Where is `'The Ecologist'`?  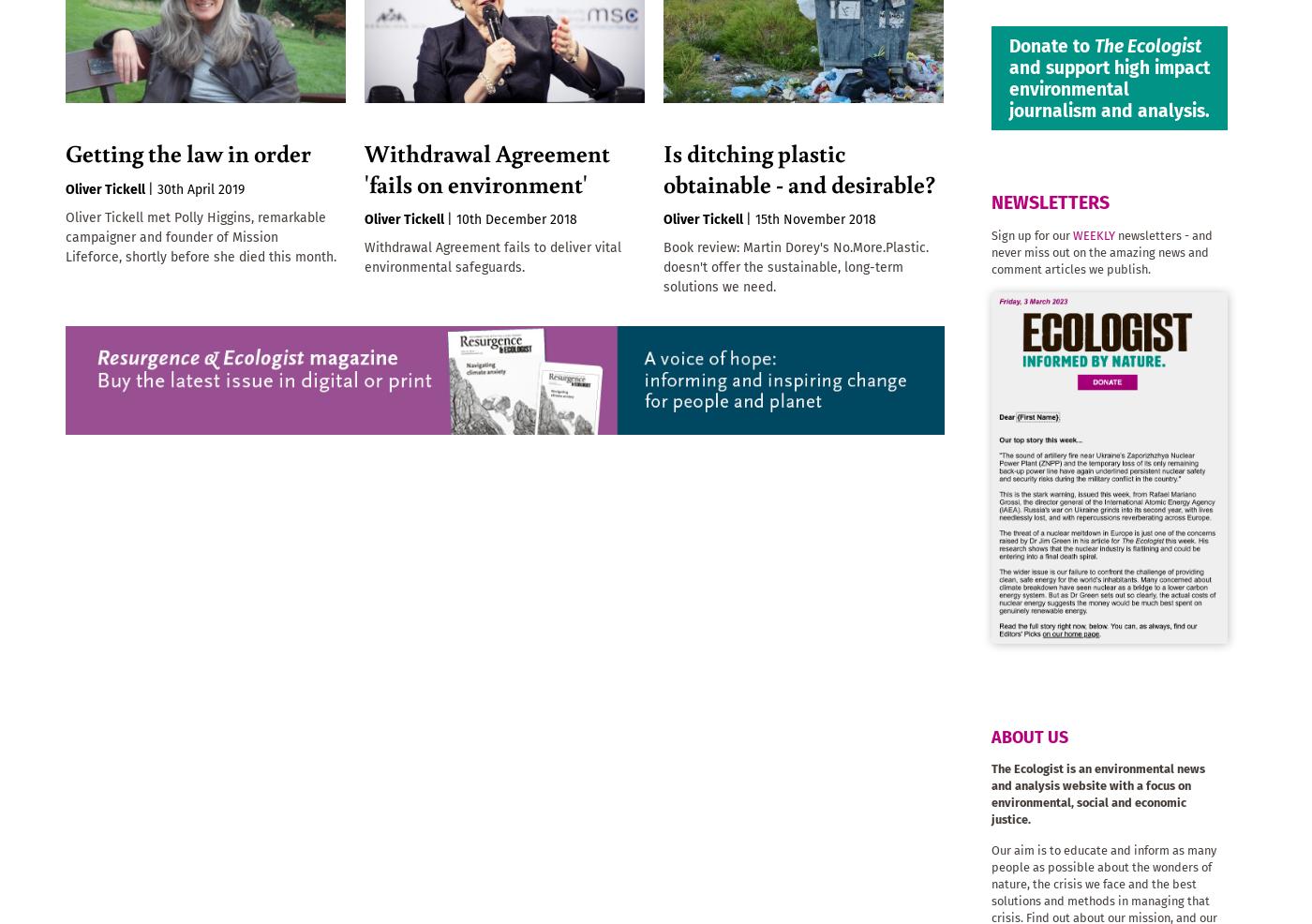
'The Ecologist' is located at coordinates (1147, 44).